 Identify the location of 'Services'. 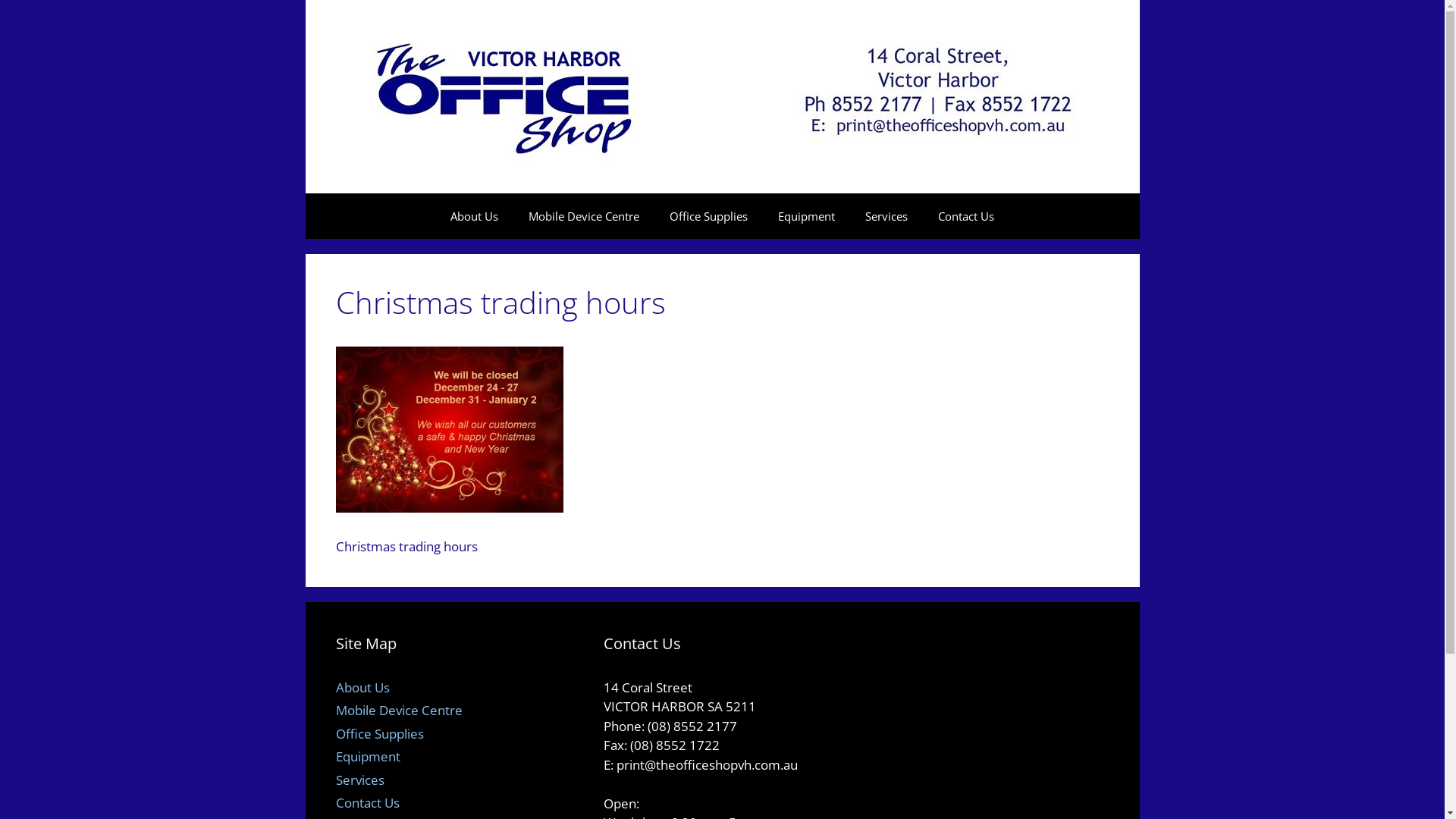
(850, 216).